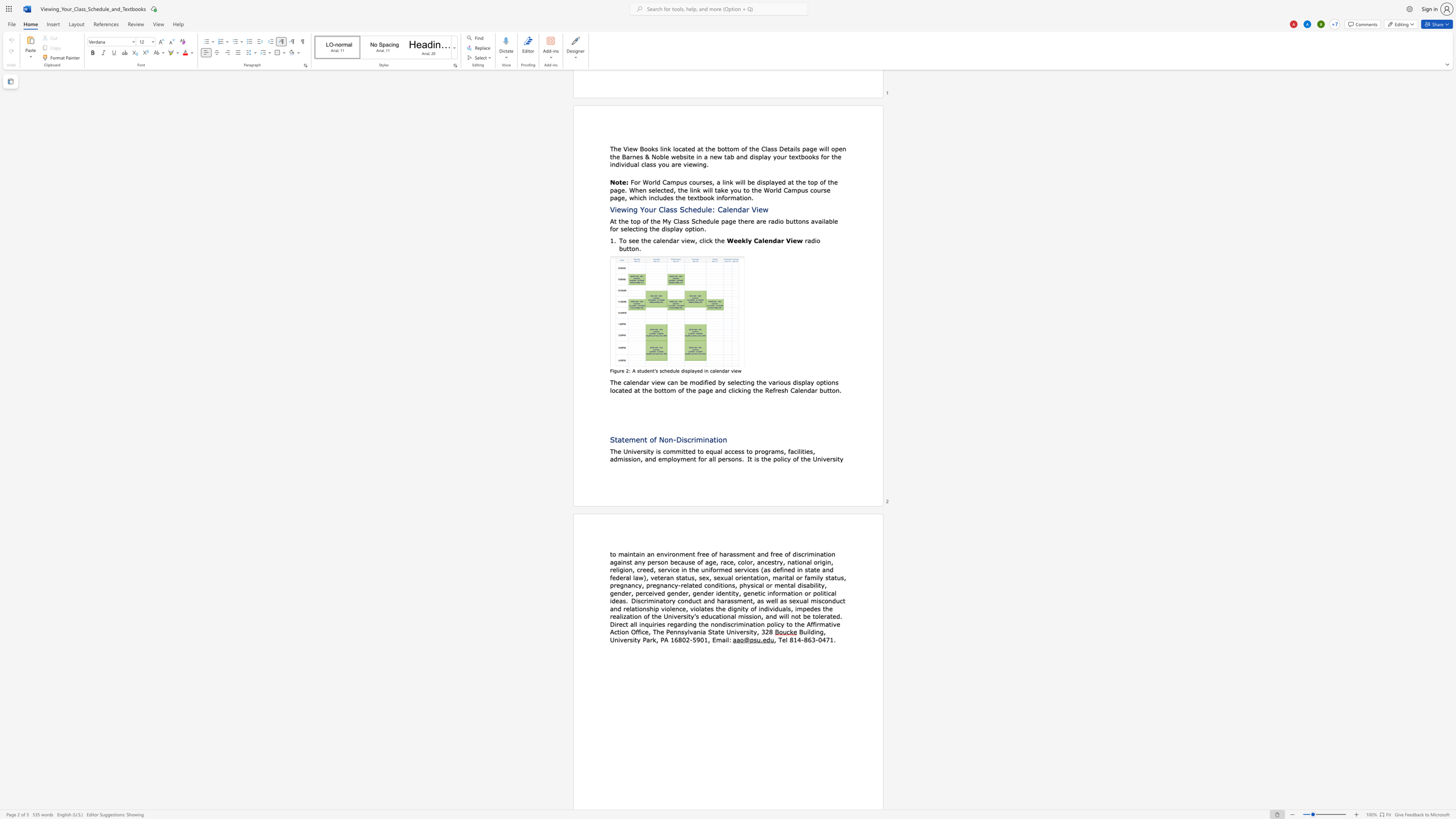  Describe the element at coordinates (807, 639) in the screenshot. I see `the space between the continuous character "8" and "6" in the text` at that location.